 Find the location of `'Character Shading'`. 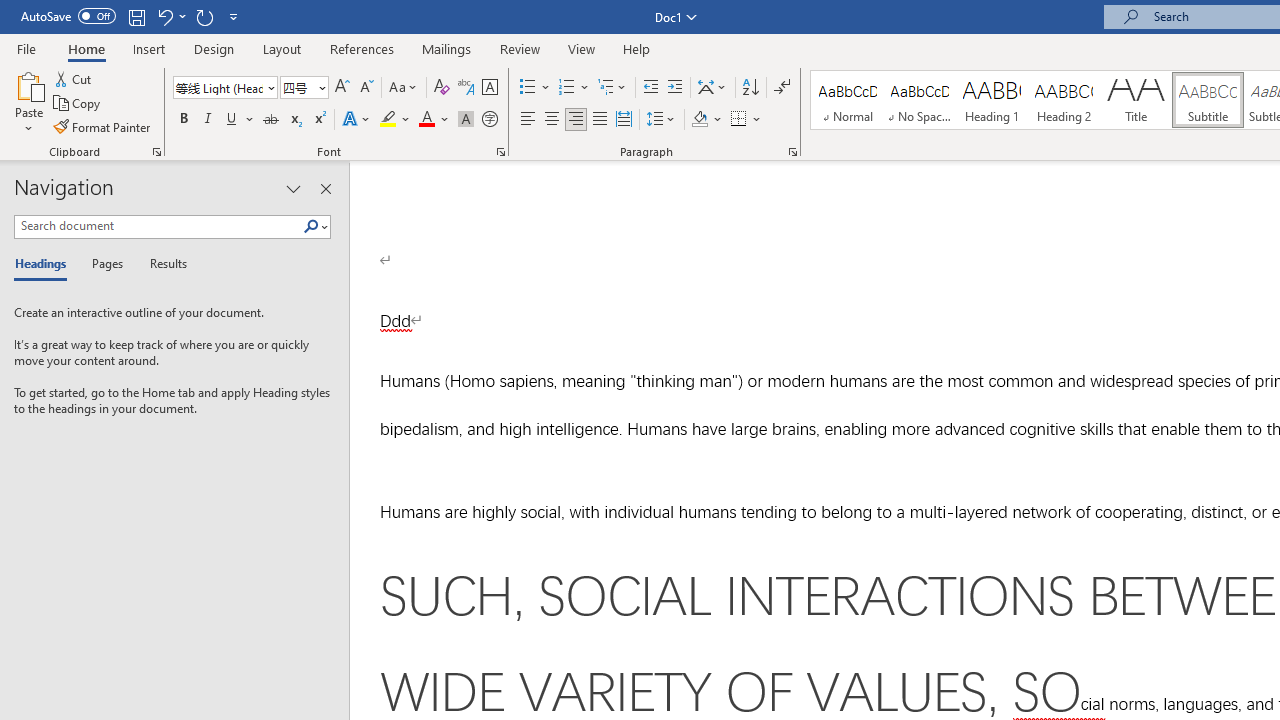

'Character Shading' is located at coordinates (464, 119).